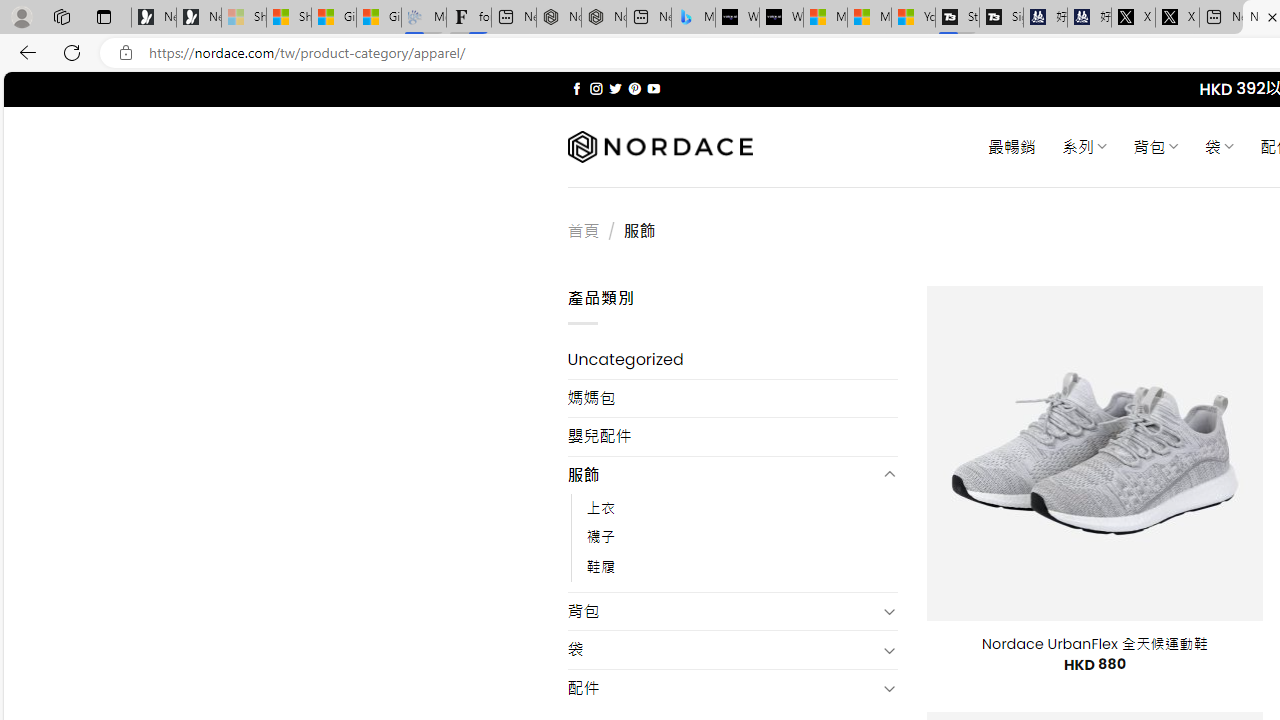 The width and height of the screenshot is (1280, 720). Describe the element at coordinates (731, 360) in the screenshot. I see `'Uncategorized'` at that location.